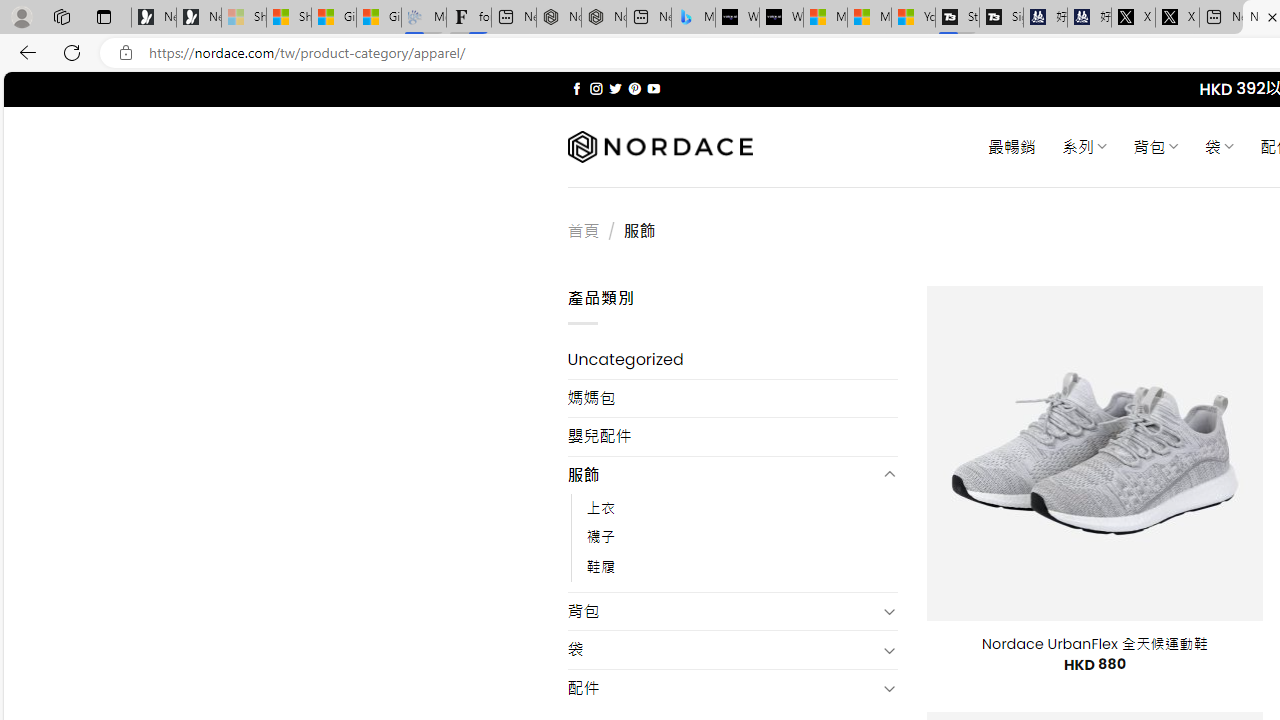 The width and height of the screenshot is (1280, 720). Describe the element at coordinates (731, 360) in the screenshot. I see `'Uncategorized'` at that location.